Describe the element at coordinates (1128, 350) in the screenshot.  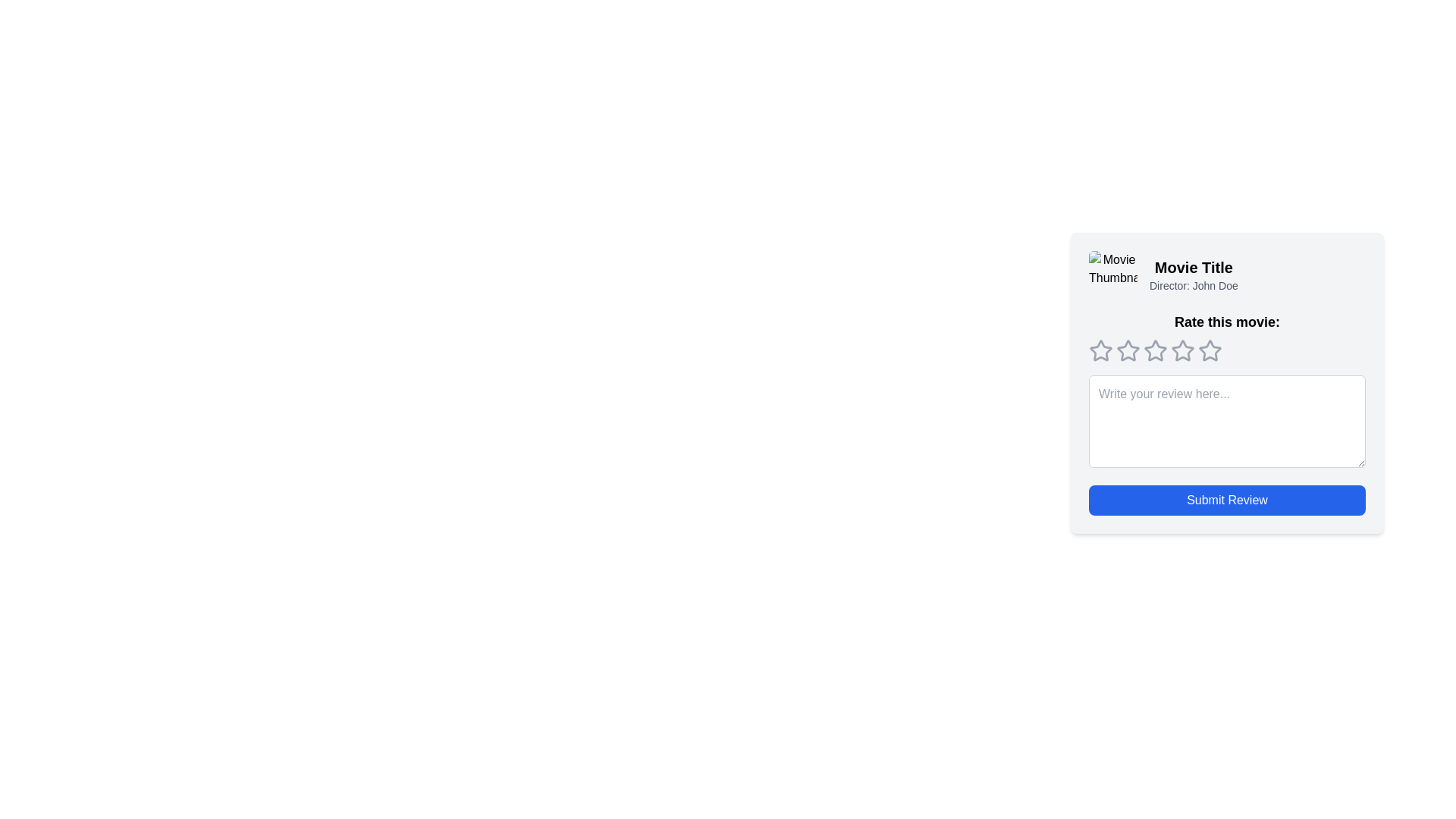
I see `the second star in the row of five stars under the section titled 'Rate this movie'` at that location.